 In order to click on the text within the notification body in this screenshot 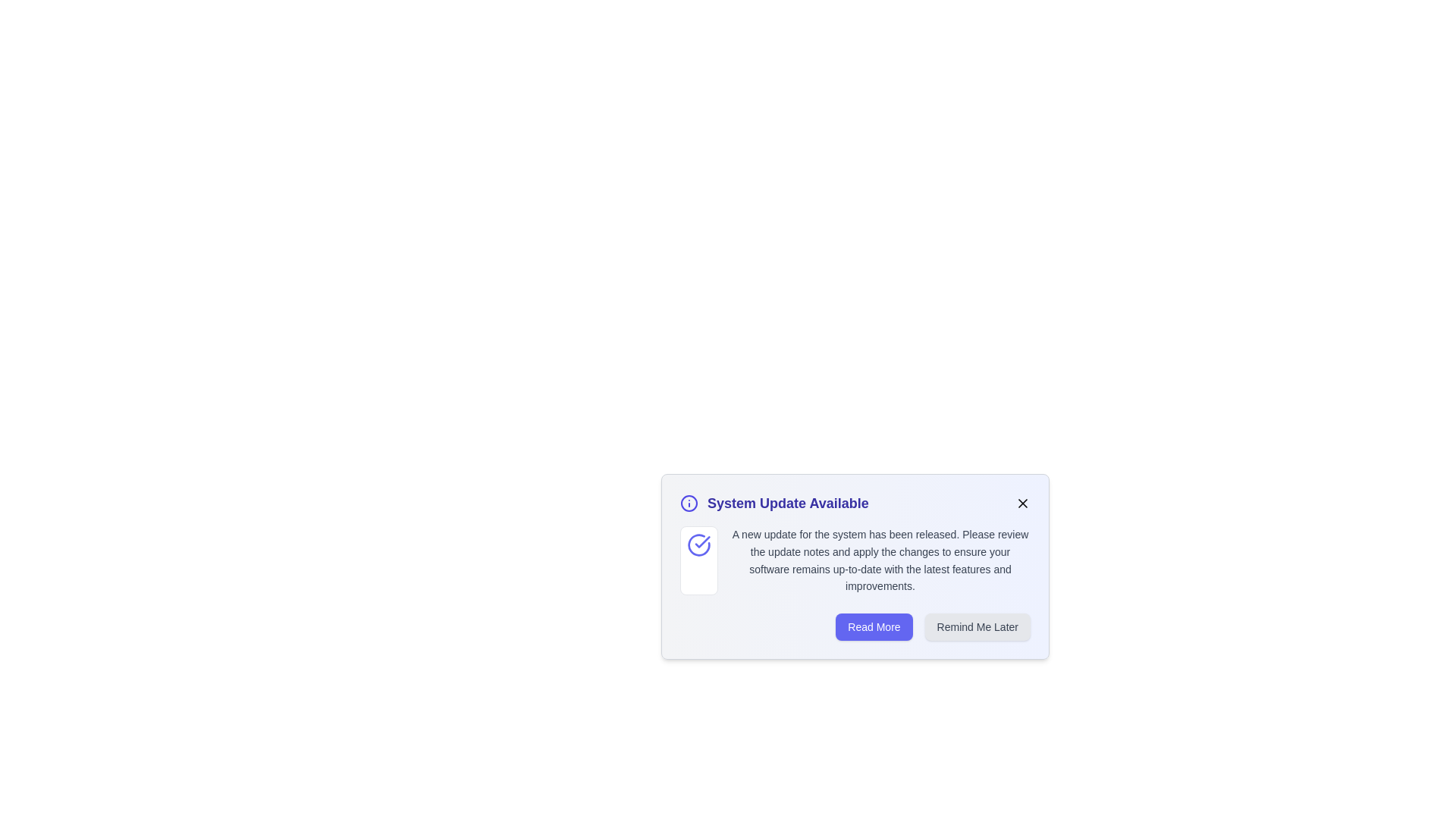, I will do `click(730, 526)`.